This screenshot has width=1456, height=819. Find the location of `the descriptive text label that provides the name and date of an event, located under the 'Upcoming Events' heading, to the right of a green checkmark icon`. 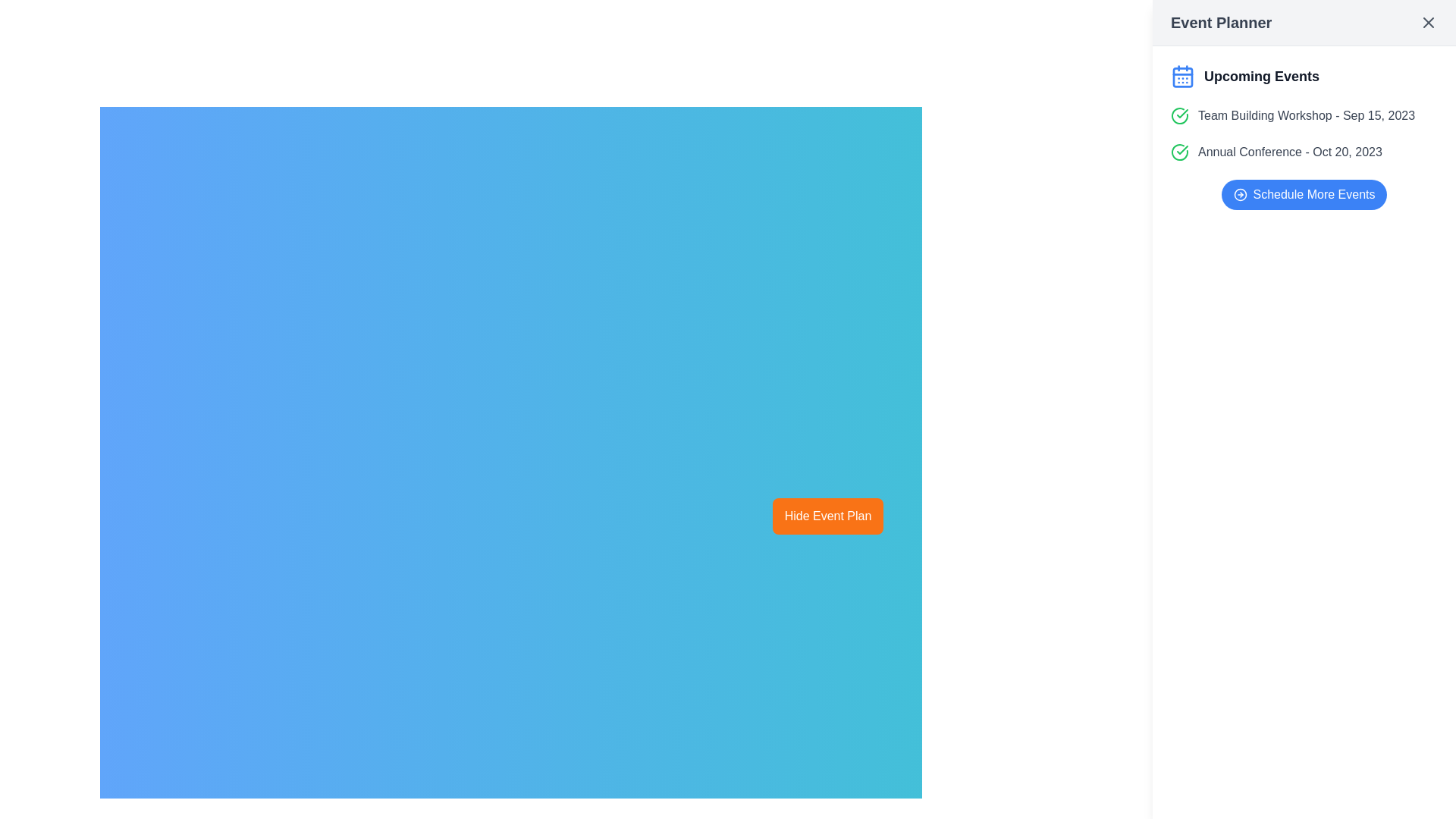

the descriptive text label that provides the name and date of an event, located under the 'Upcoming Events' heading, to the right of a green checkmark icon is located at coordinates (1306, 115).